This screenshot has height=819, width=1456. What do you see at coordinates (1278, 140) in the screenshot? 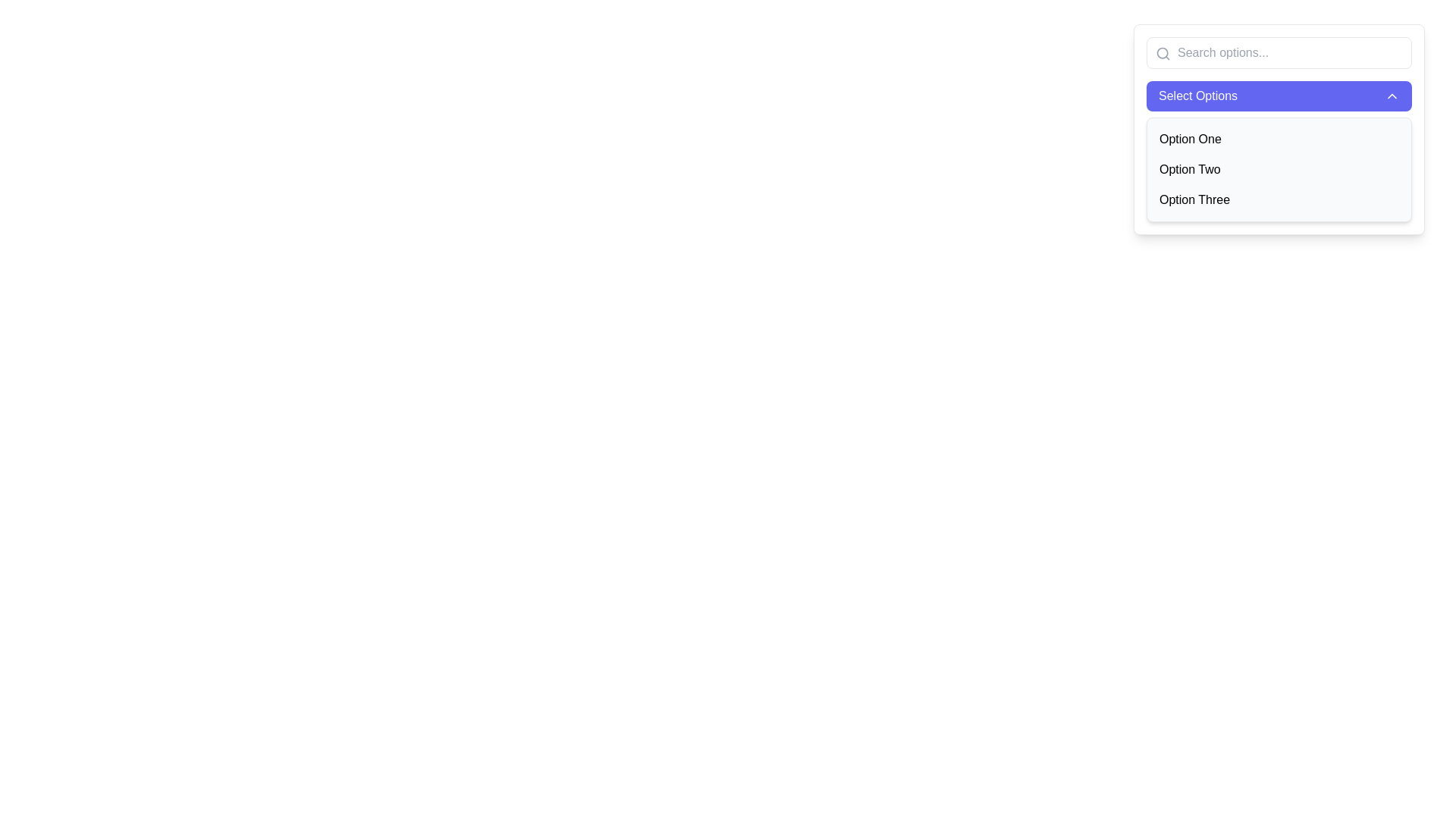
I see `the dropdown menu item labeled 'Option One'` at bounding box center [1278, 140].